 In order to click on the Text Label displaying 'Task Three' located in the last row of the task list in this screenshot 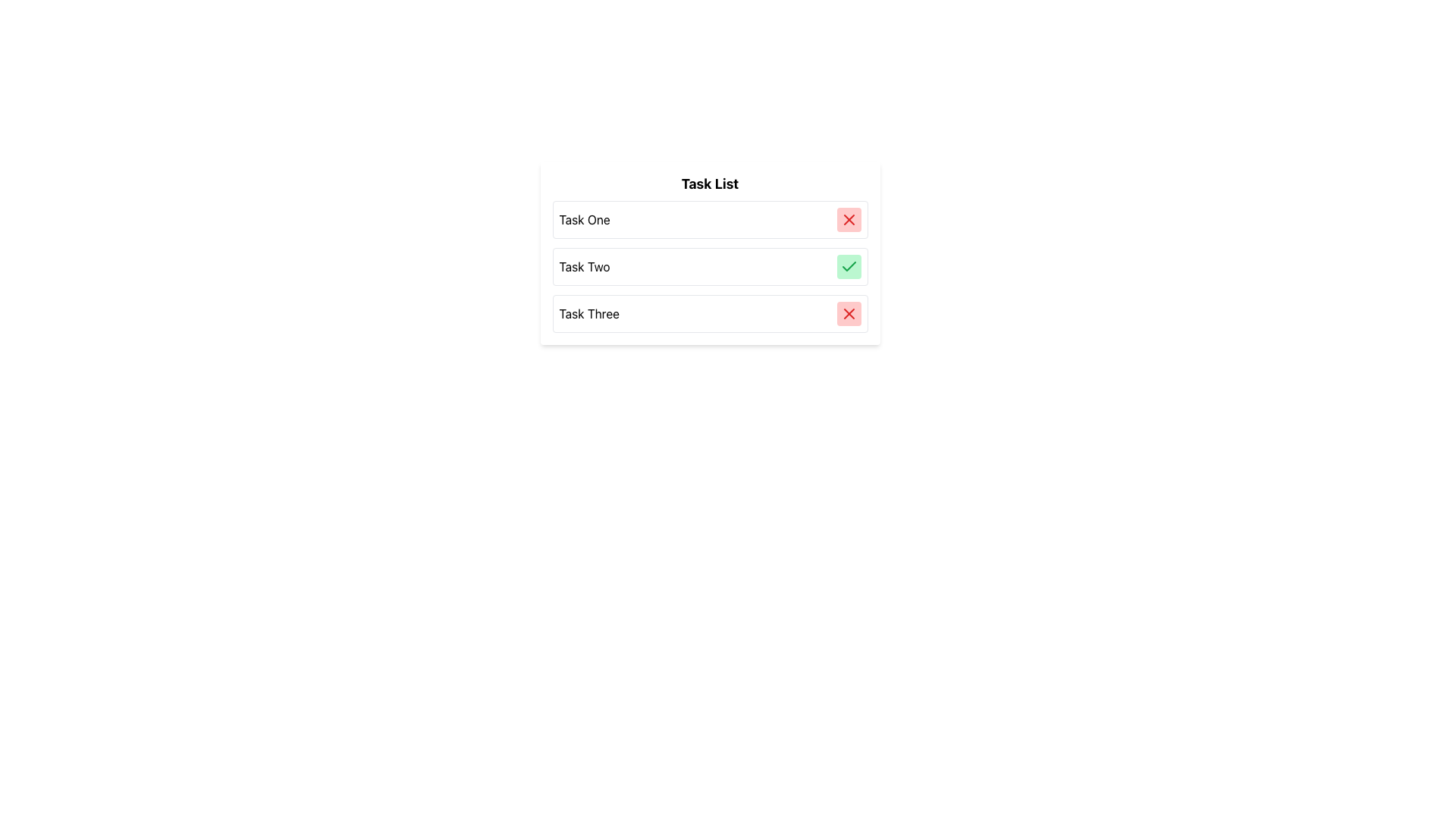, I will do `click(588, 312)`.